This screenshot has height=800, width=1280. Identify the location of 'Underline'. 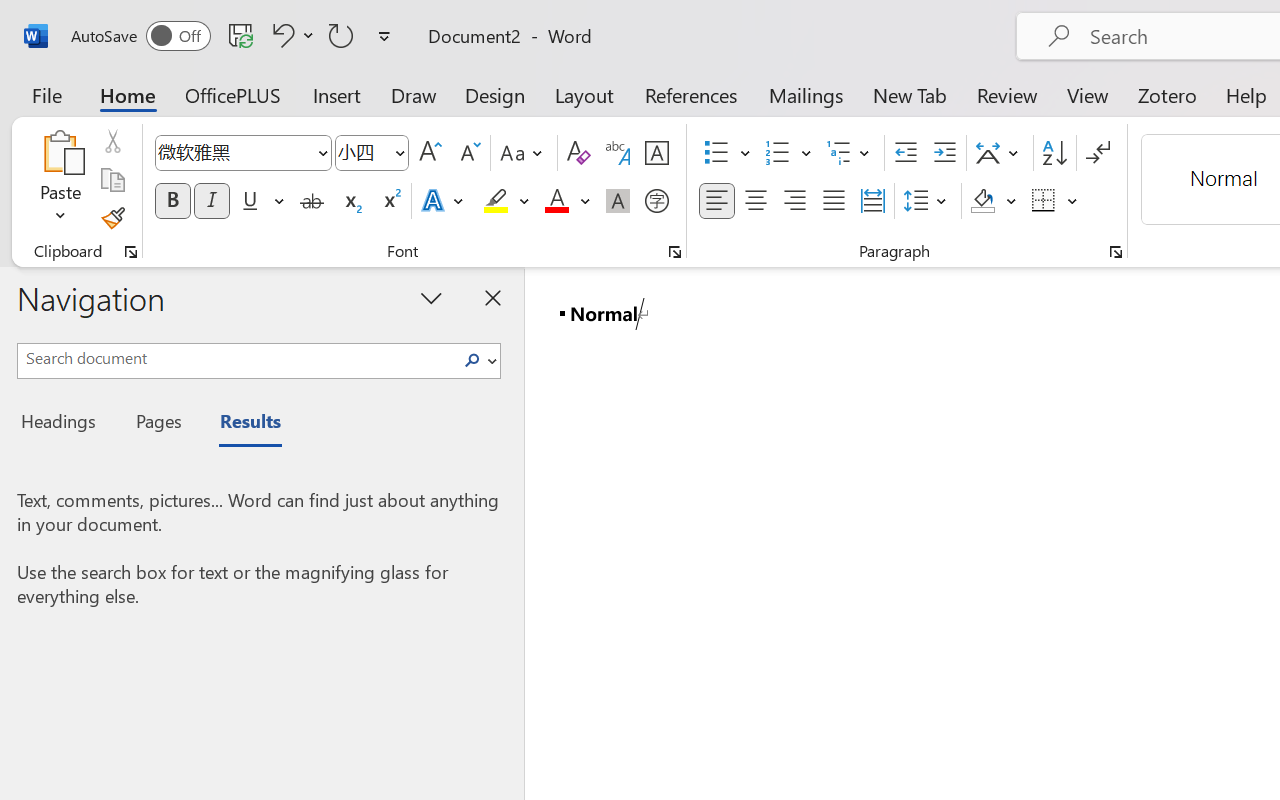
(260, 201).